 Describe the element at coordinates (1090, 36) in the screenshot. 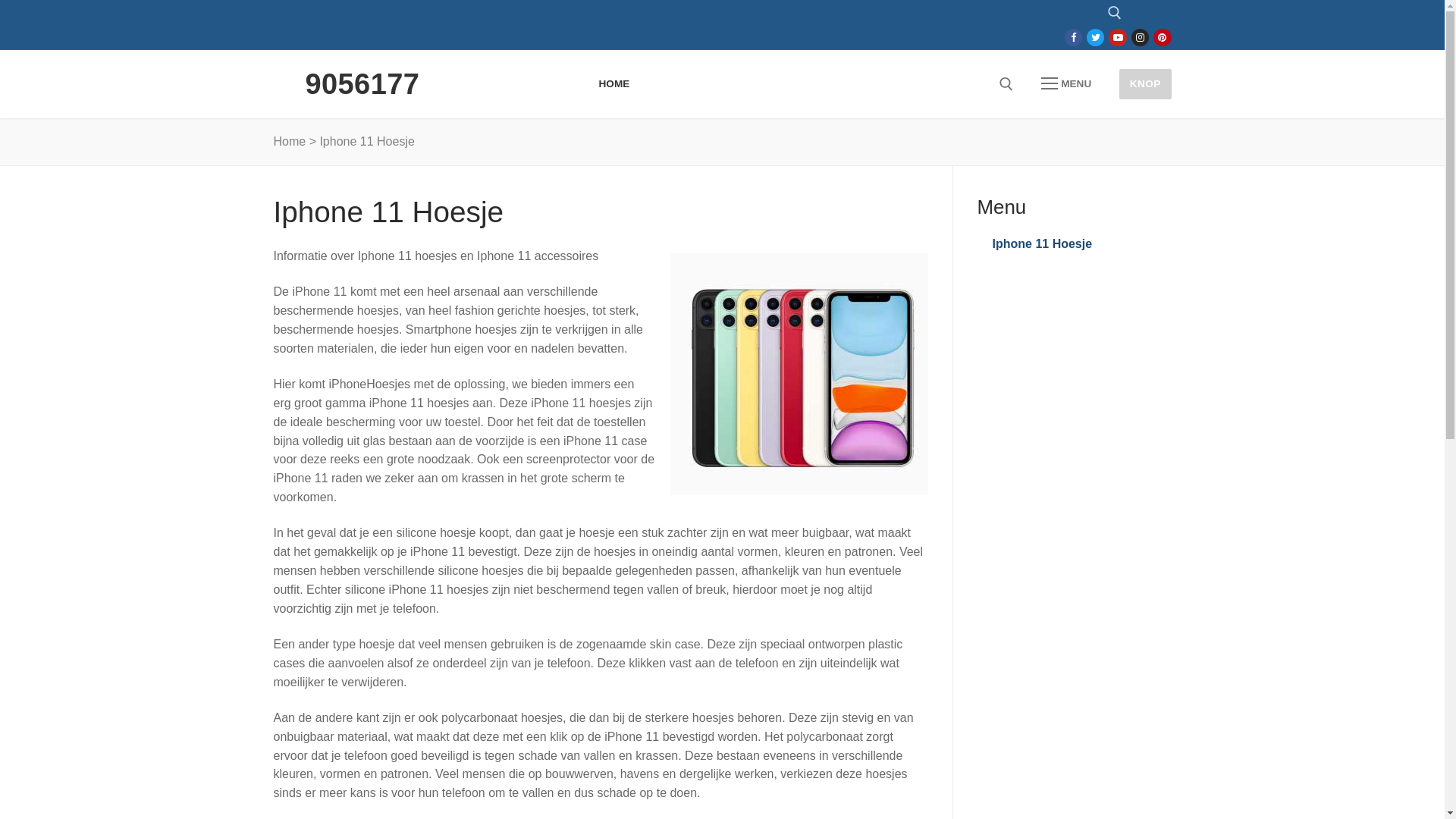

I see `'Twitter'` at that location.